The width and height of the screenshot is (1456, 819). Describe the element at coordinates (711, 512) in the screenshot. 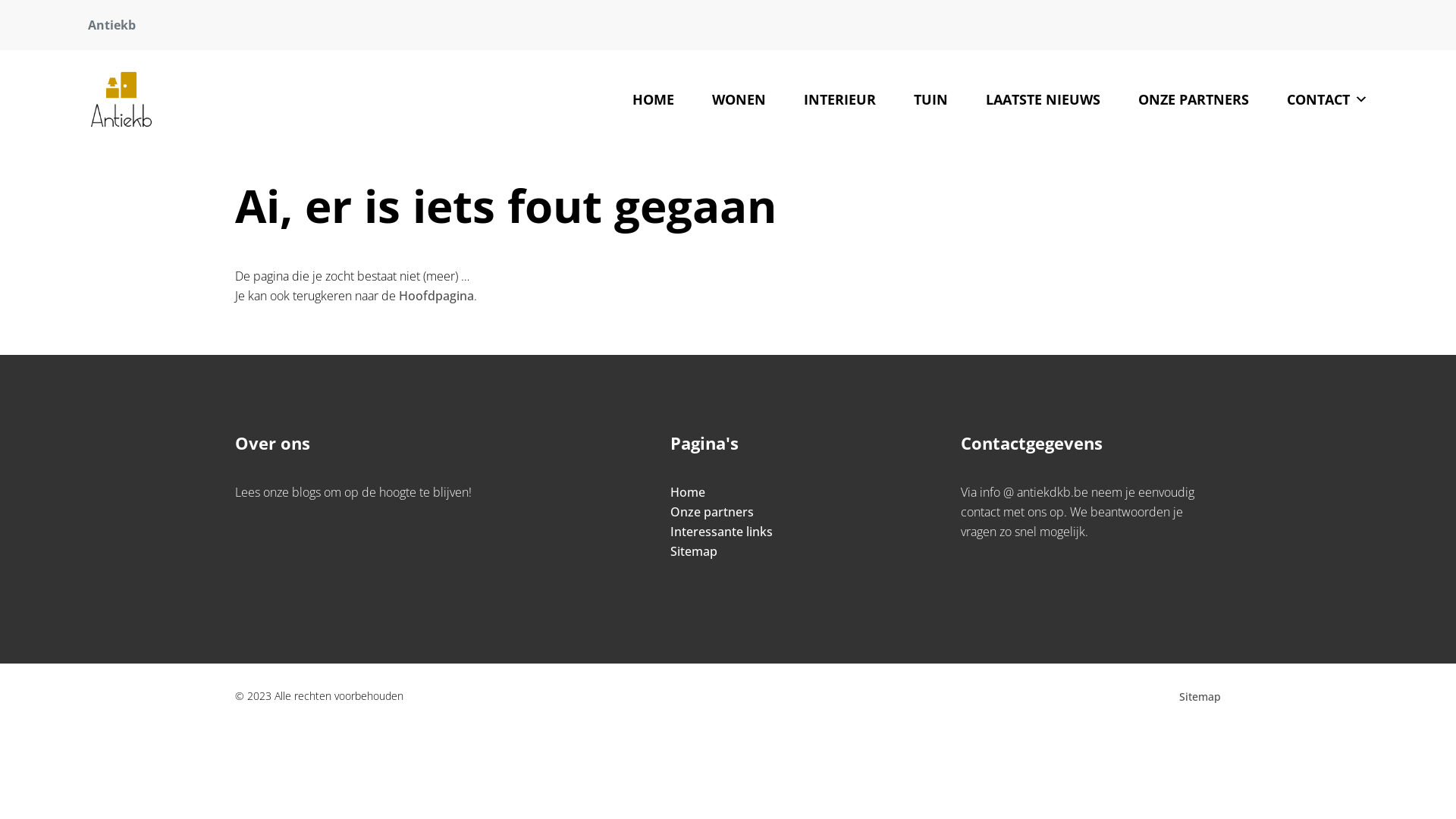

I see `'Onze partners'` at that location.